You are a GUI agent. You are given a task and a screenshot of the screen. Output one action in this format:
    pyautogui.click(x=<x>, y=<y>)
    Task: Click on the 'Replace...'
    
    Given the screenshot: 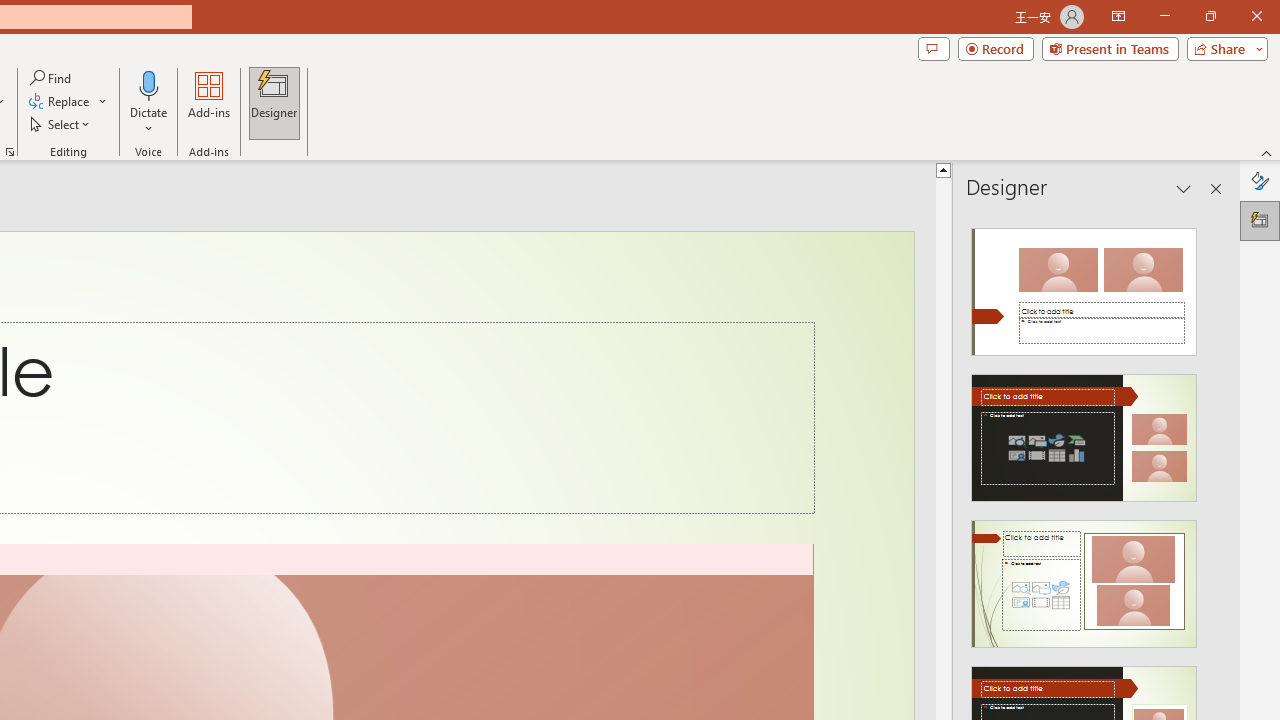 What is the action you would take?
    pyautogui.click(x=60, y=101)
    